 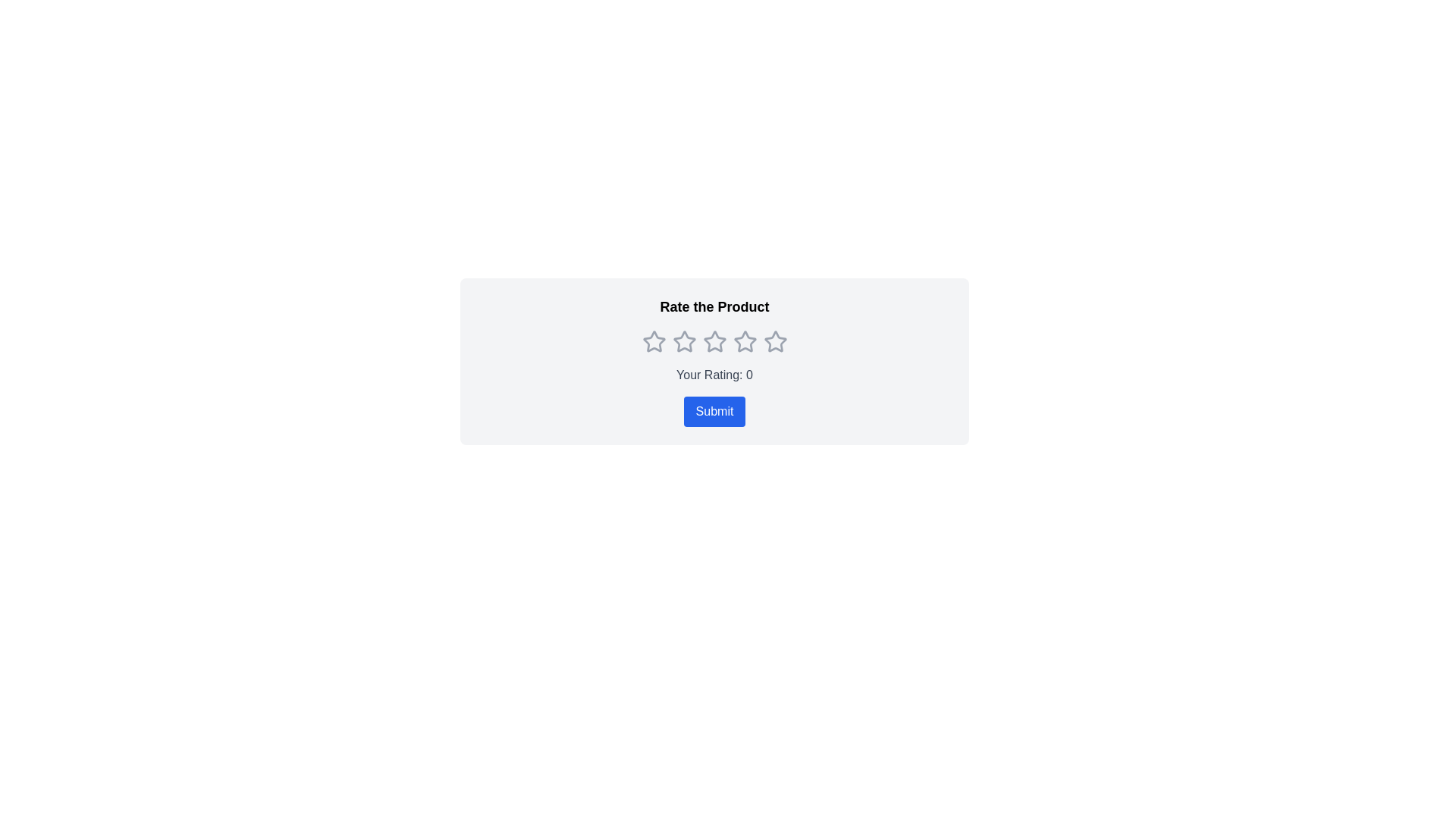 I want to click on the second star in the rating system beneath the 'Rate the Product' heading to rate the product, so click(x=683, y=342).